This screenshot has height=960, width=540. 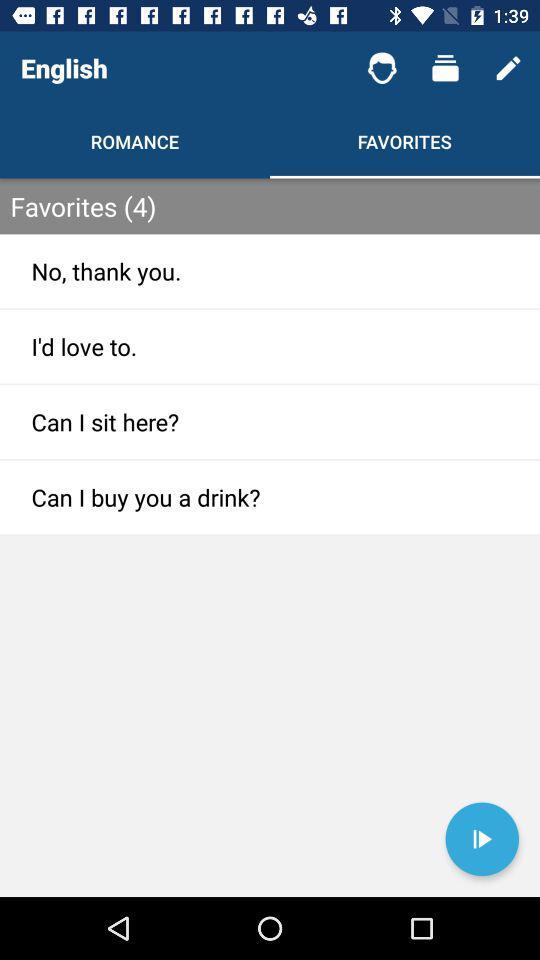 What do you see at coordinates (481, 839) in the screenshot?
I see `audio` at bounding box center [481, 839].